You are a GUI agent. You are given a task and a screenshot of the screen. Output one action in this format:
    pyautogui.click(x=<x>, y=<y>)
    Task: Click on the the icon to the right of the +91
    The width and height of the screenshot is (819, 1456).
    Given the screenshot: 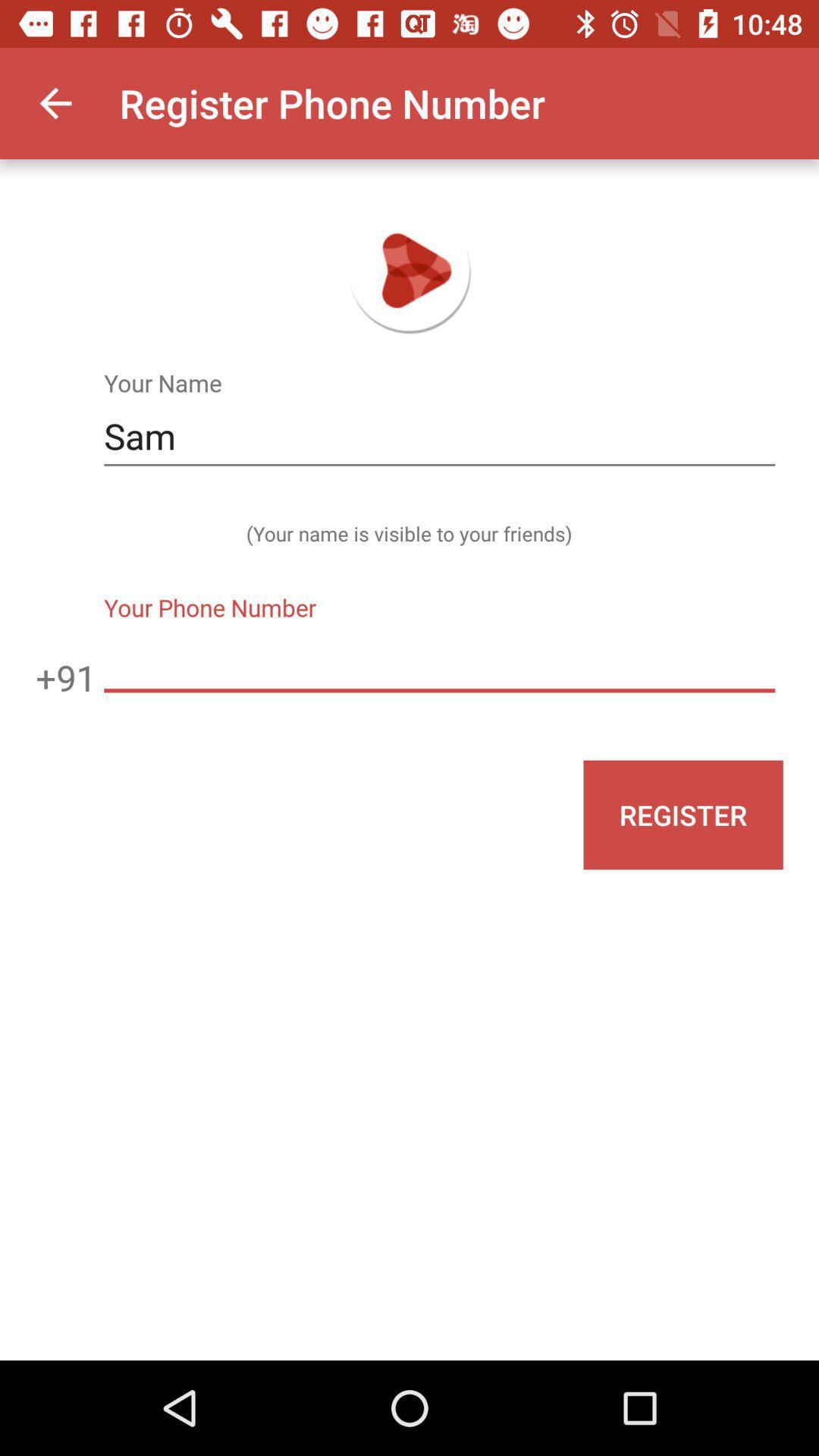 What is the action you would take?
    pyautogui.click(x=439, y=661)
    